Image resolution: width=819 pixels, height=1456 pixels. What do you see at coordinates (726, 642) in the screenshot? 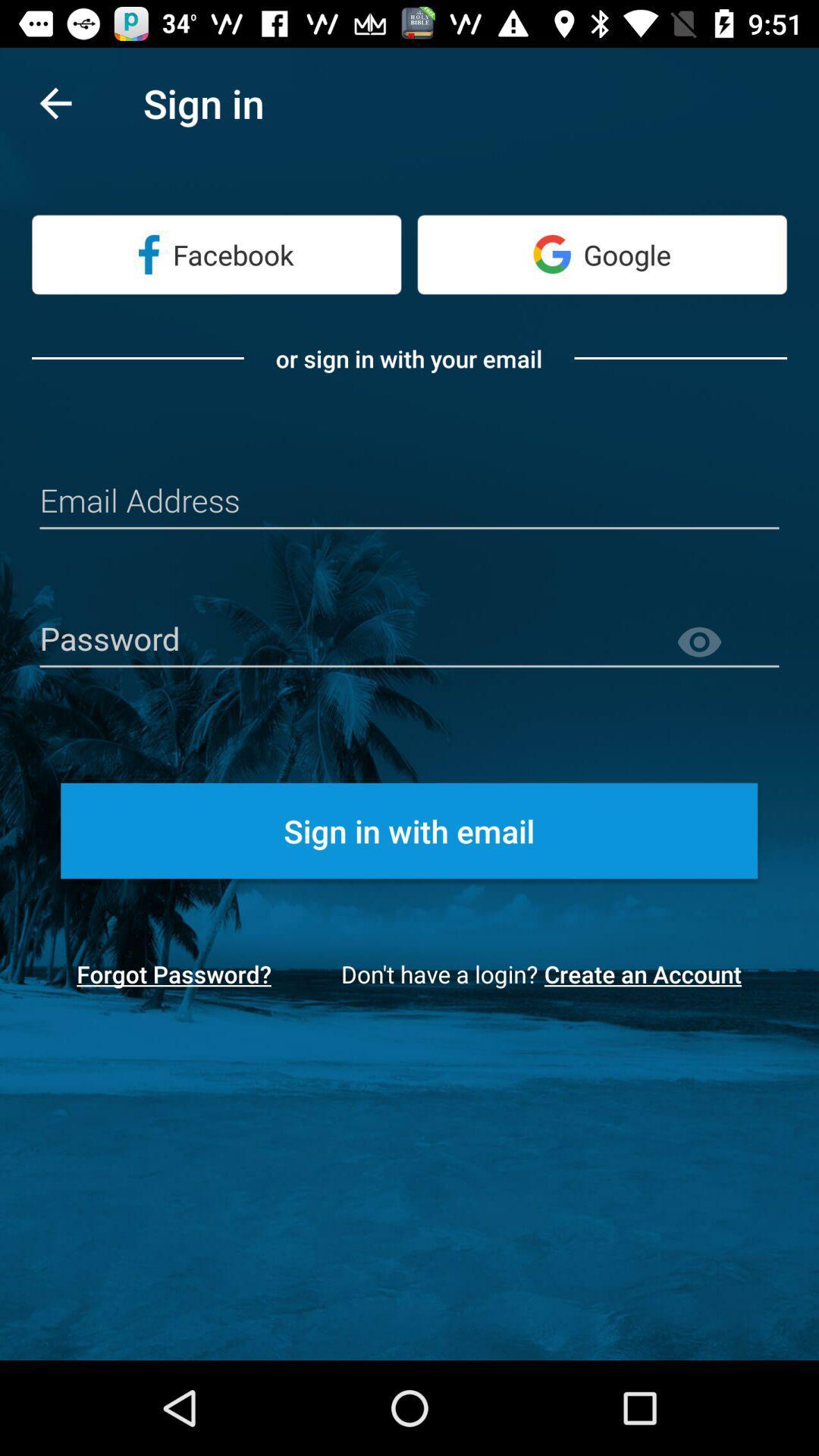
I see `item above the sign in with` at bounding box center [726, 642].